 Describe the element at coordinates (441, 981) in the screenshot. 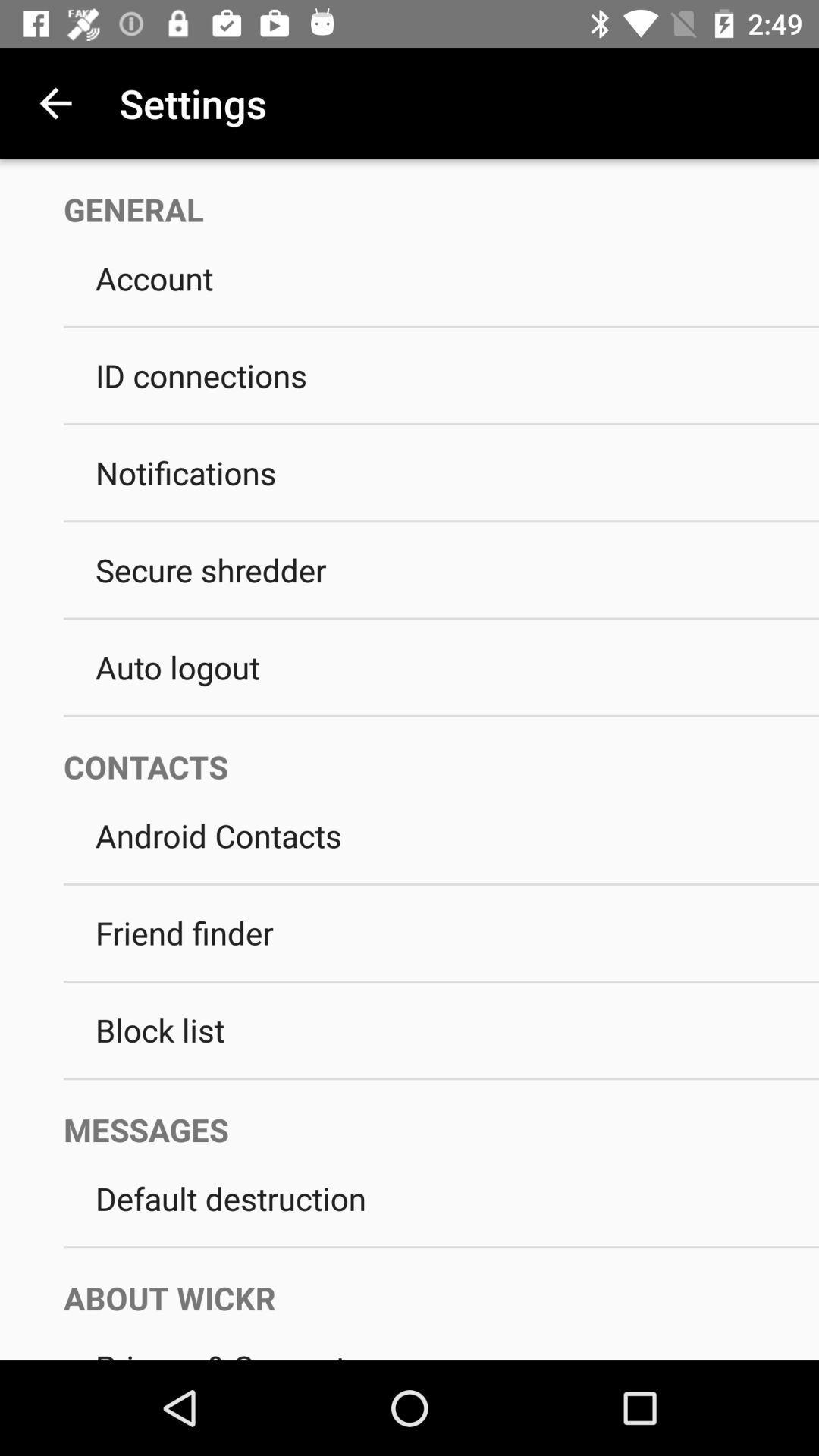

I see `item above block list icon` at that location.